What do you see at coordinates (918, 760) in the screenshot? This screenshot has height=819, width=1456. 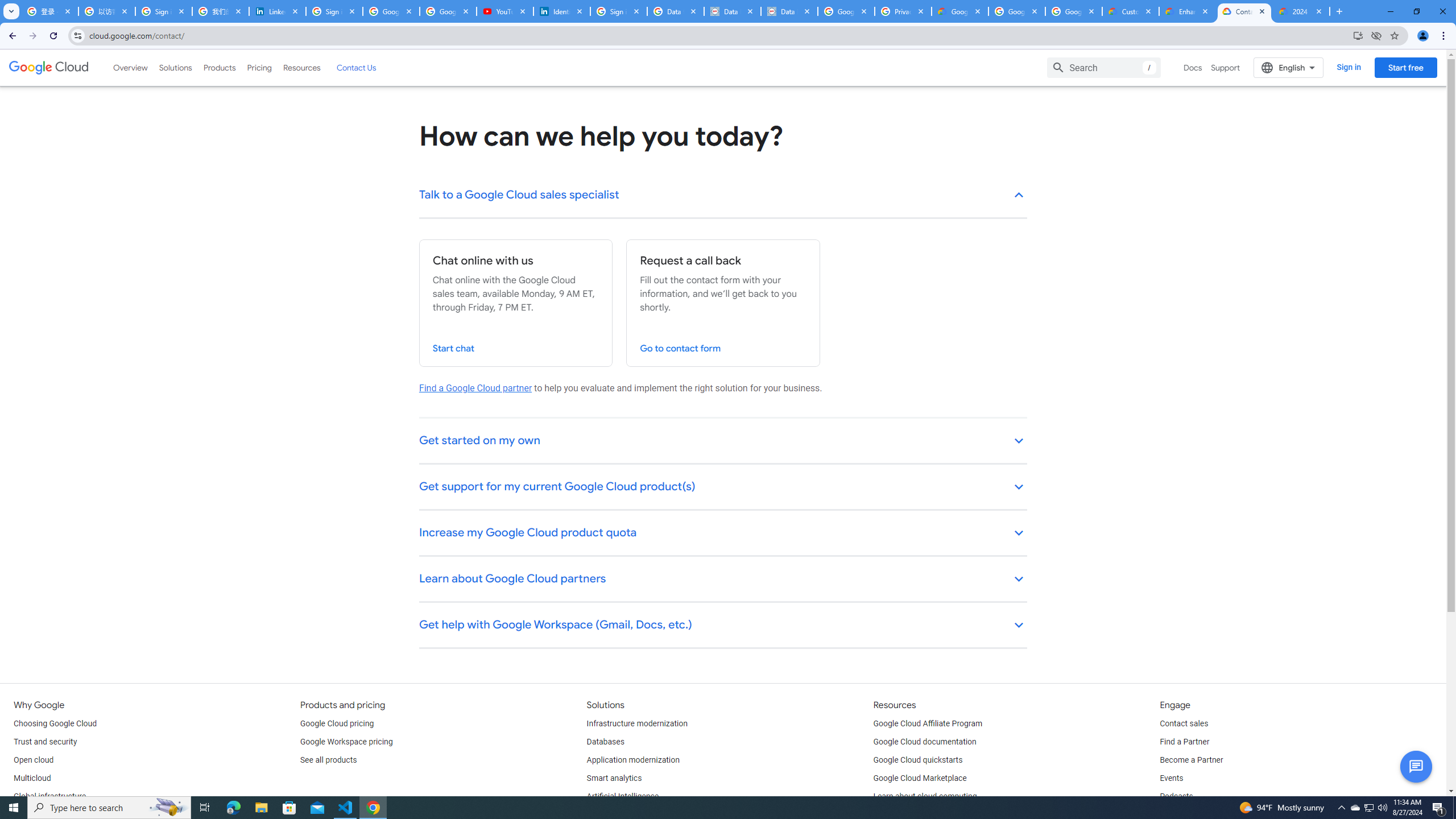 I see `'Google Cloud quickstarts'` at bounding box center [918, 760].